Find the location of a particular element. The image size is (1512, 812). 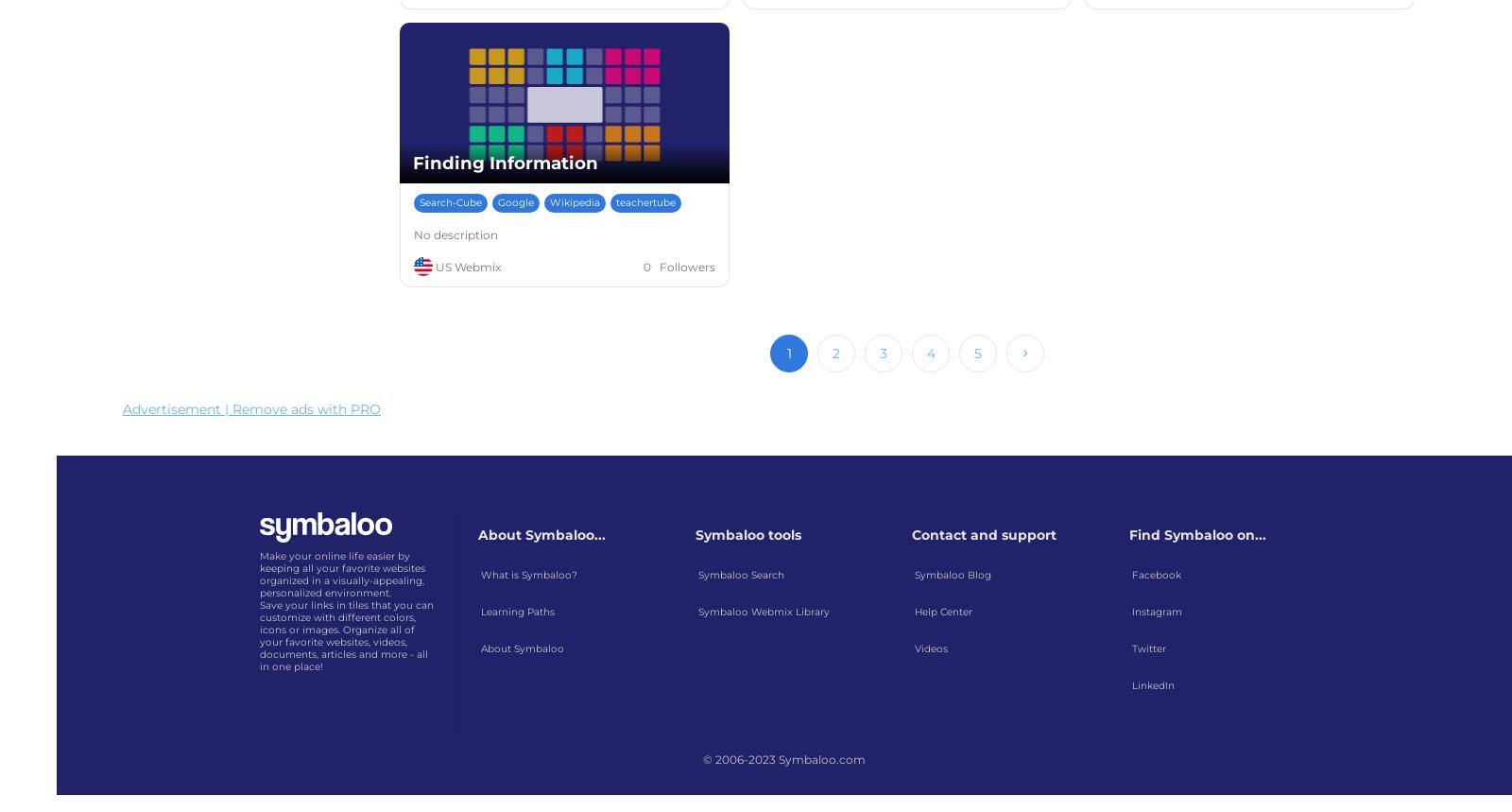

'Help Center' is located at coordinates (942, 611).